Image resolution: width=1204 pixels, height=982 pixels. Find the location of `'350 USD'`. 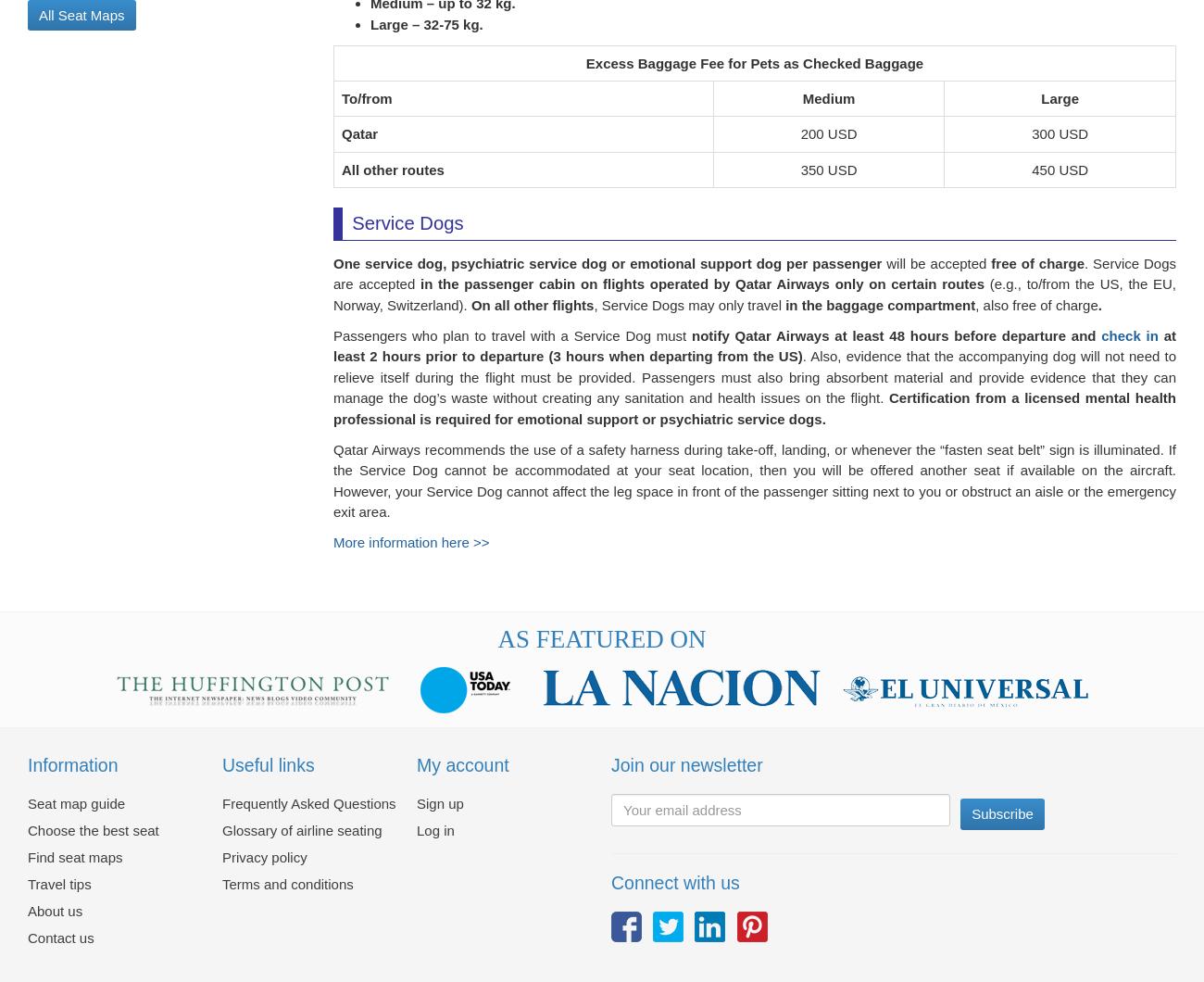

'350 USD' is located at coordinates (827, 180).